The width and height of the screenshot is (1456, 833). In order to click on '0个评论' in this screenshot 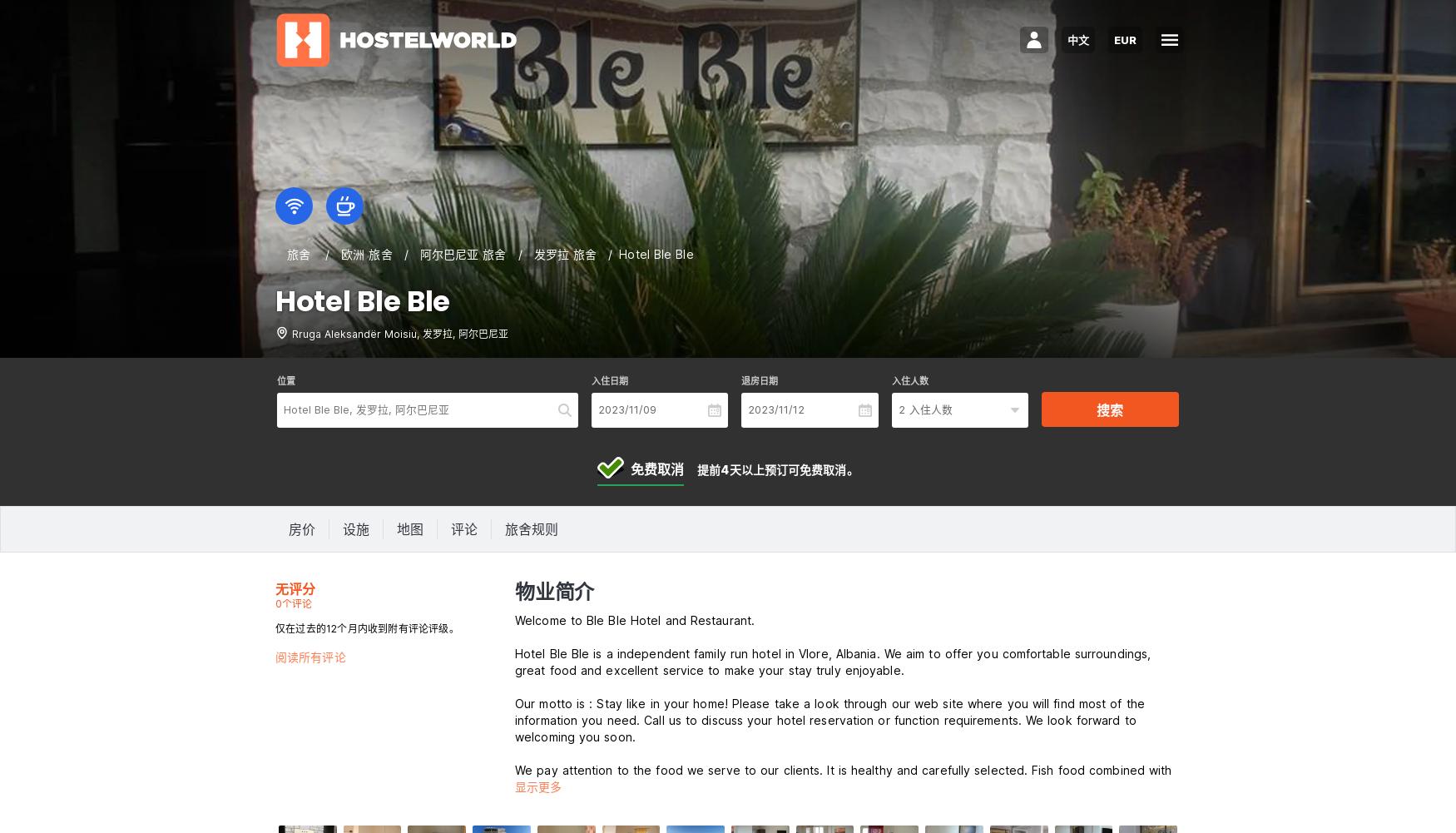, I will do `click(293, 603)`.